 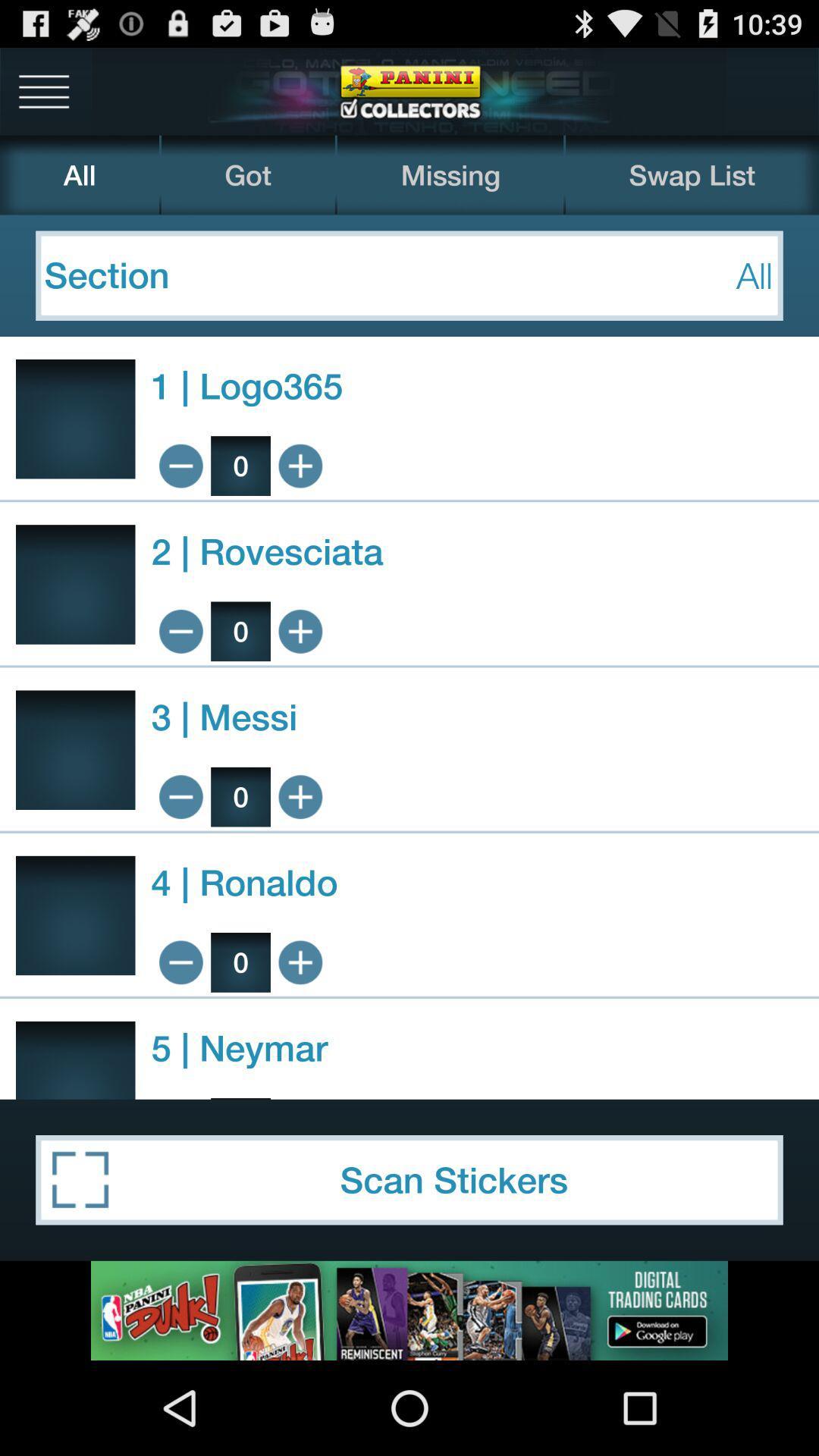 I want to click on minimize, so click(x=180, y=631).